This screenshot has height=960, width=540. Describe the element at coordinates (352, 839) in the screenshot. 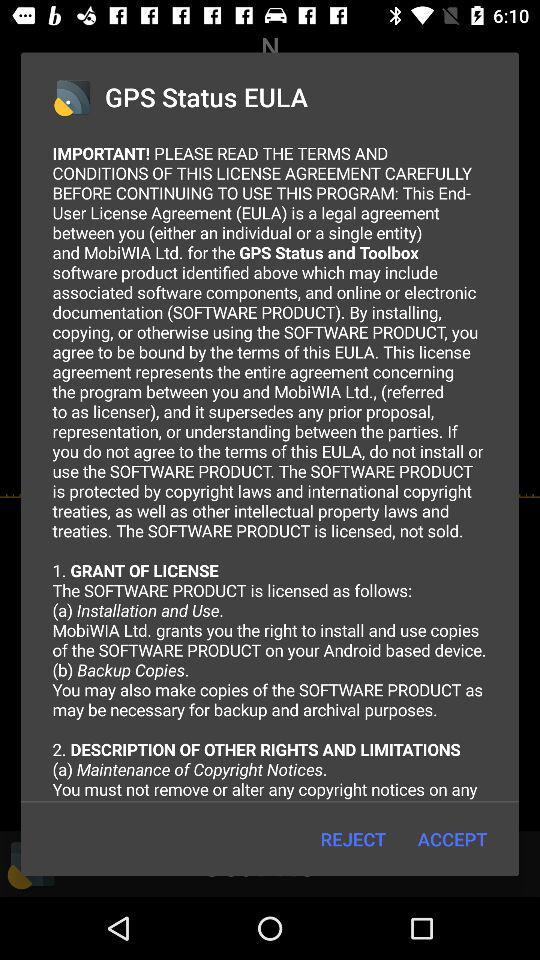

I see `reject item` at that location.